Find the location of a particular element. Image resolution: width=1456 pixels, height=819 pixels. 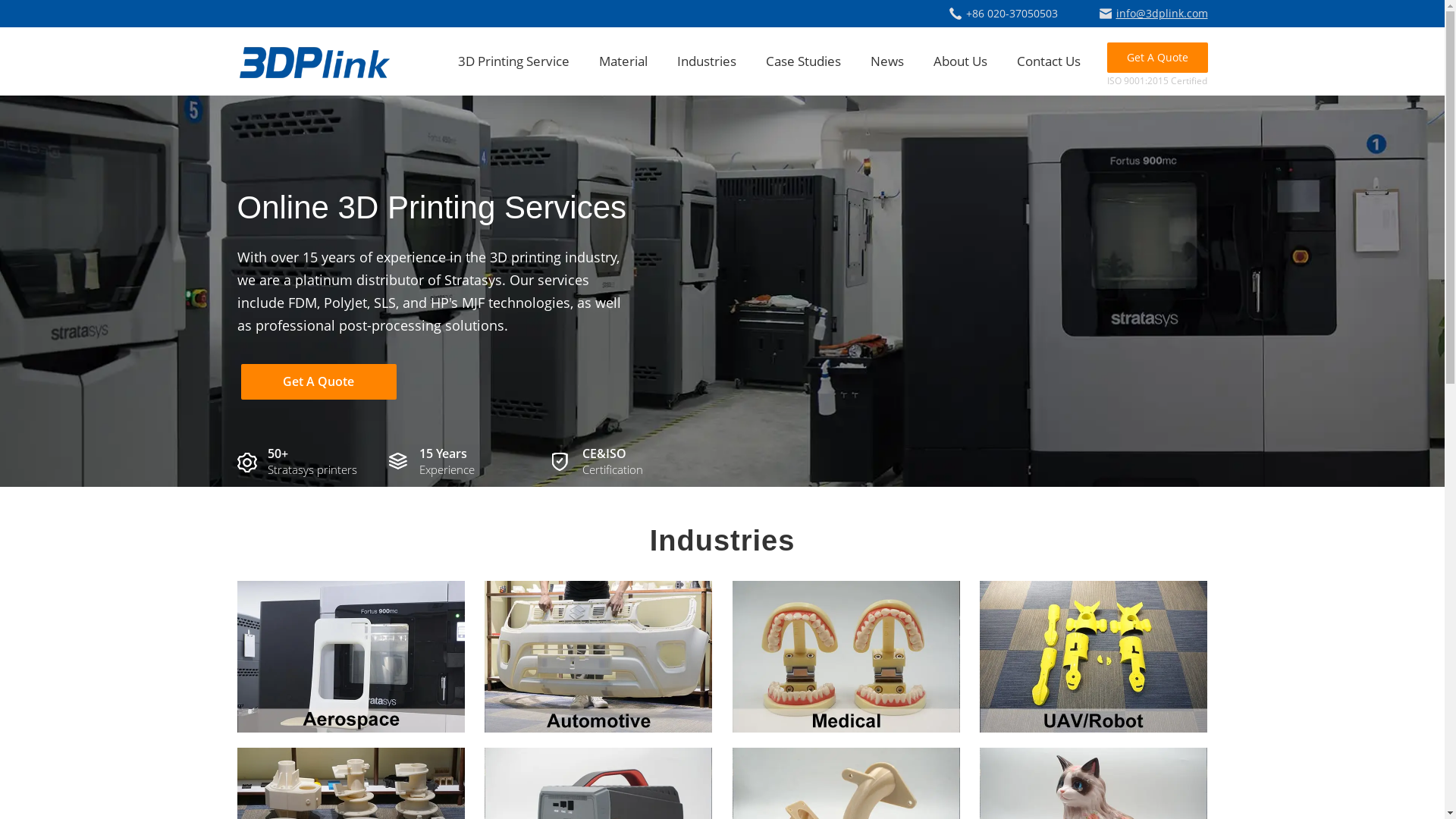

'News' is located at coordinates (870, 60).